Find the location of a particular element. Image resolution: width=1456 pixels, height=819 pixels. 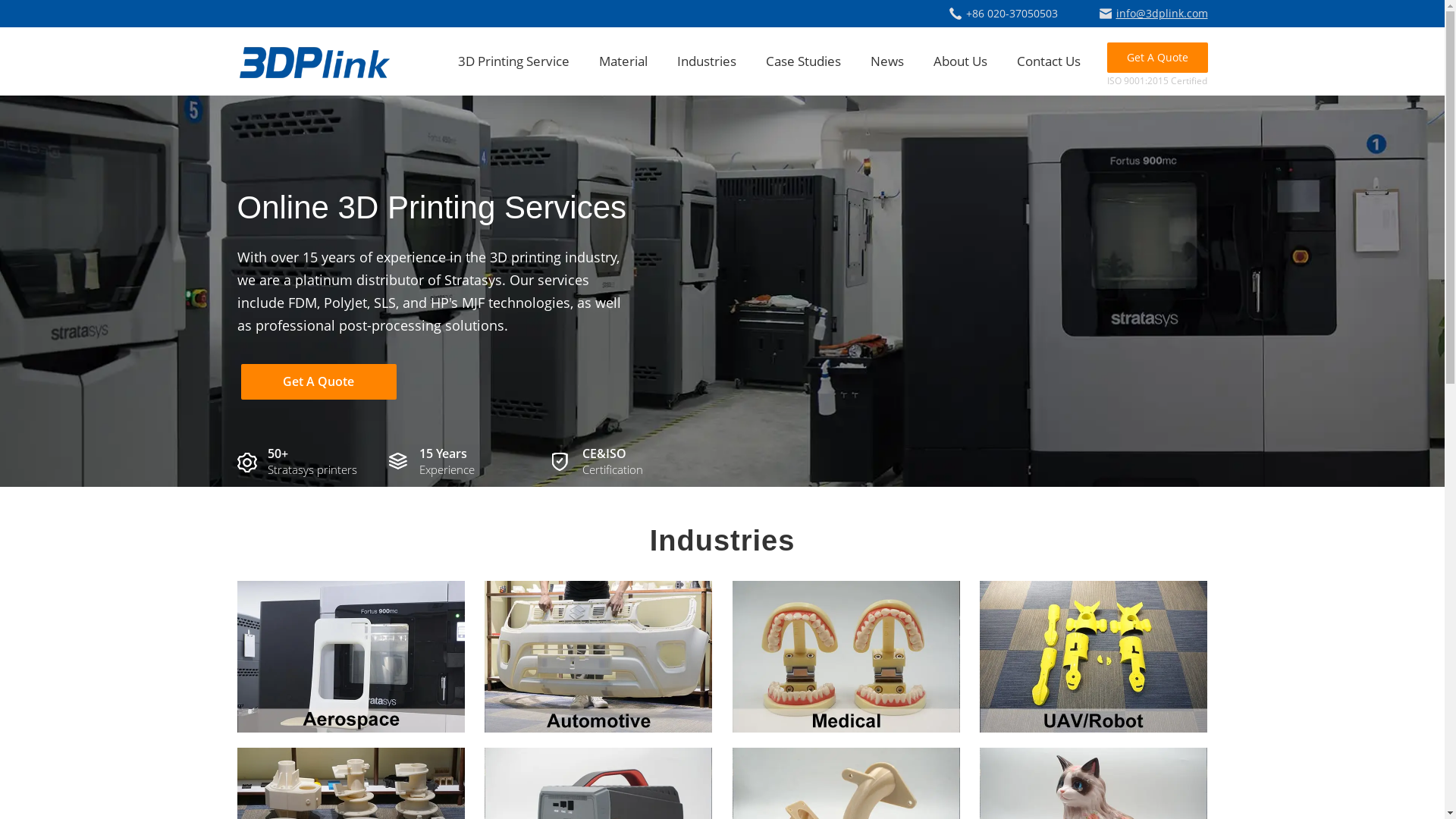

'News' is located at coordinates (870, 60).